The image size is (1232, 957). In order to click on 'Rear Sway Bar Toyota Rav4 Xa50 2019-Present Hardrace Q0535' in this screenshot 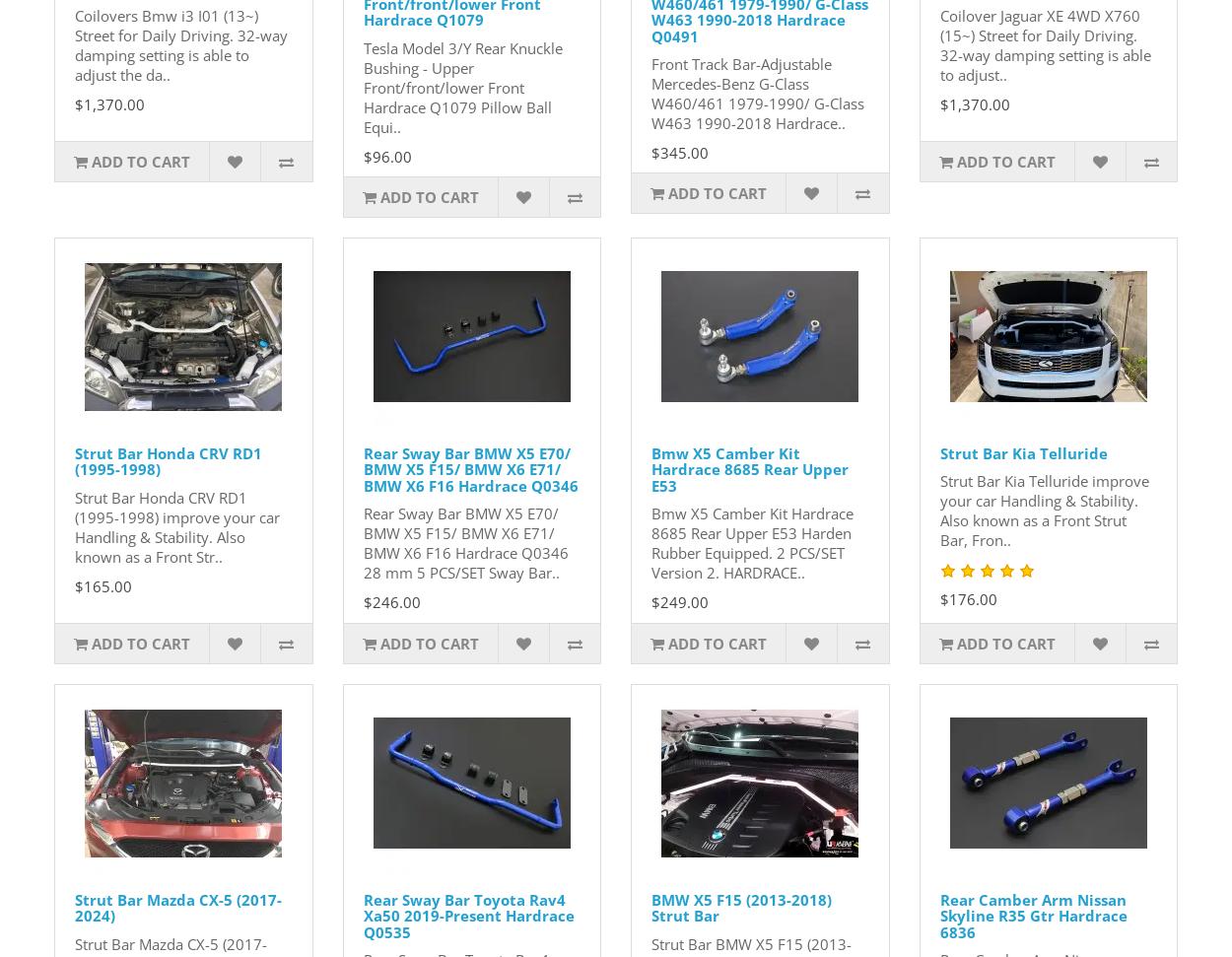, I will do `click(467, 914)`.